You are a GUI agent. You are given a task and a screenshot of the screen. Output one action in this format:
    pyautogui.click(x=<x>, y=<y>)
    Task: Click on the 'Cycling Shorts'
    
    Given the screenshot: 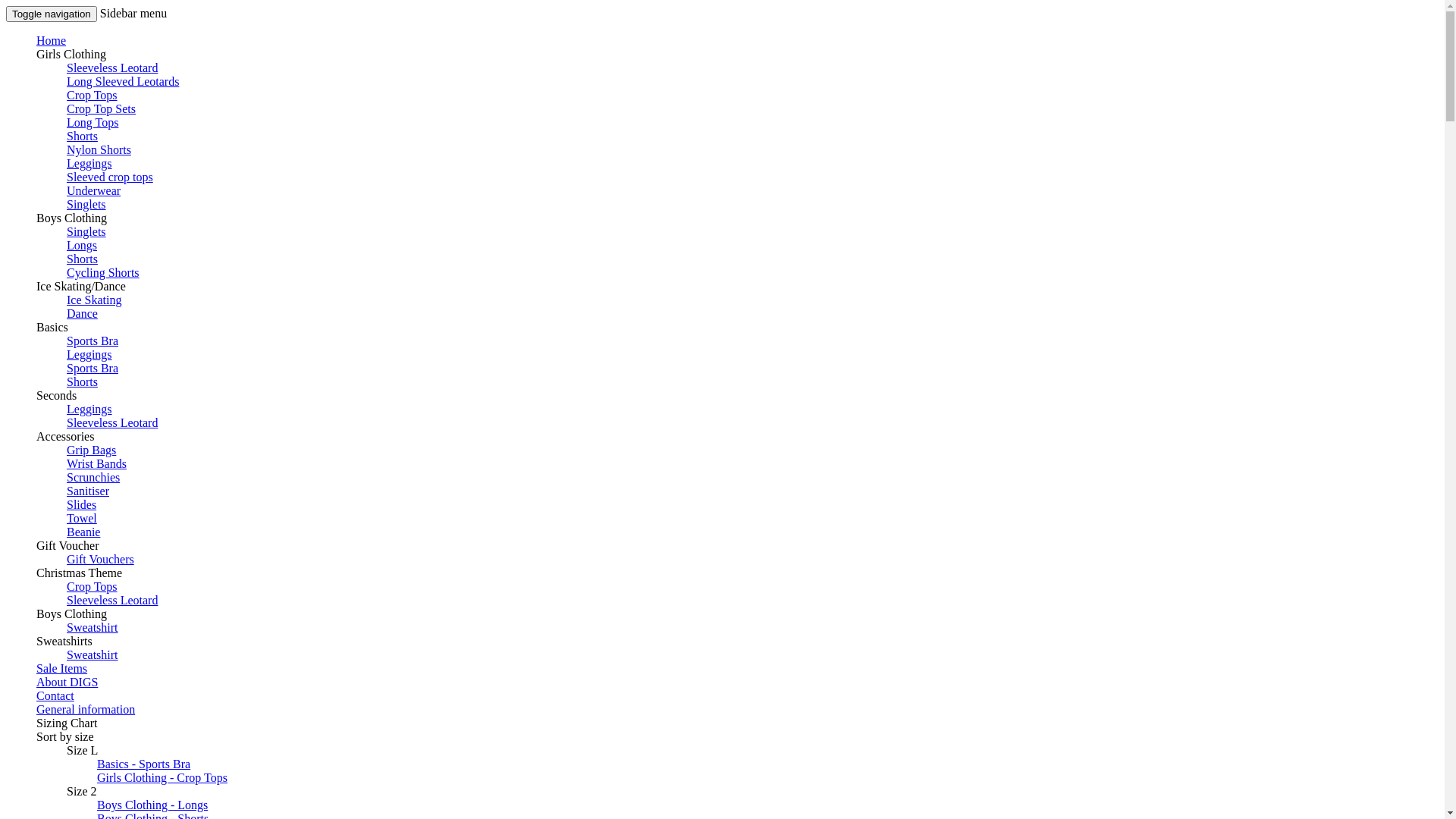 What is the action you would take?
    pyautogui.click(x=102, y=271)
    